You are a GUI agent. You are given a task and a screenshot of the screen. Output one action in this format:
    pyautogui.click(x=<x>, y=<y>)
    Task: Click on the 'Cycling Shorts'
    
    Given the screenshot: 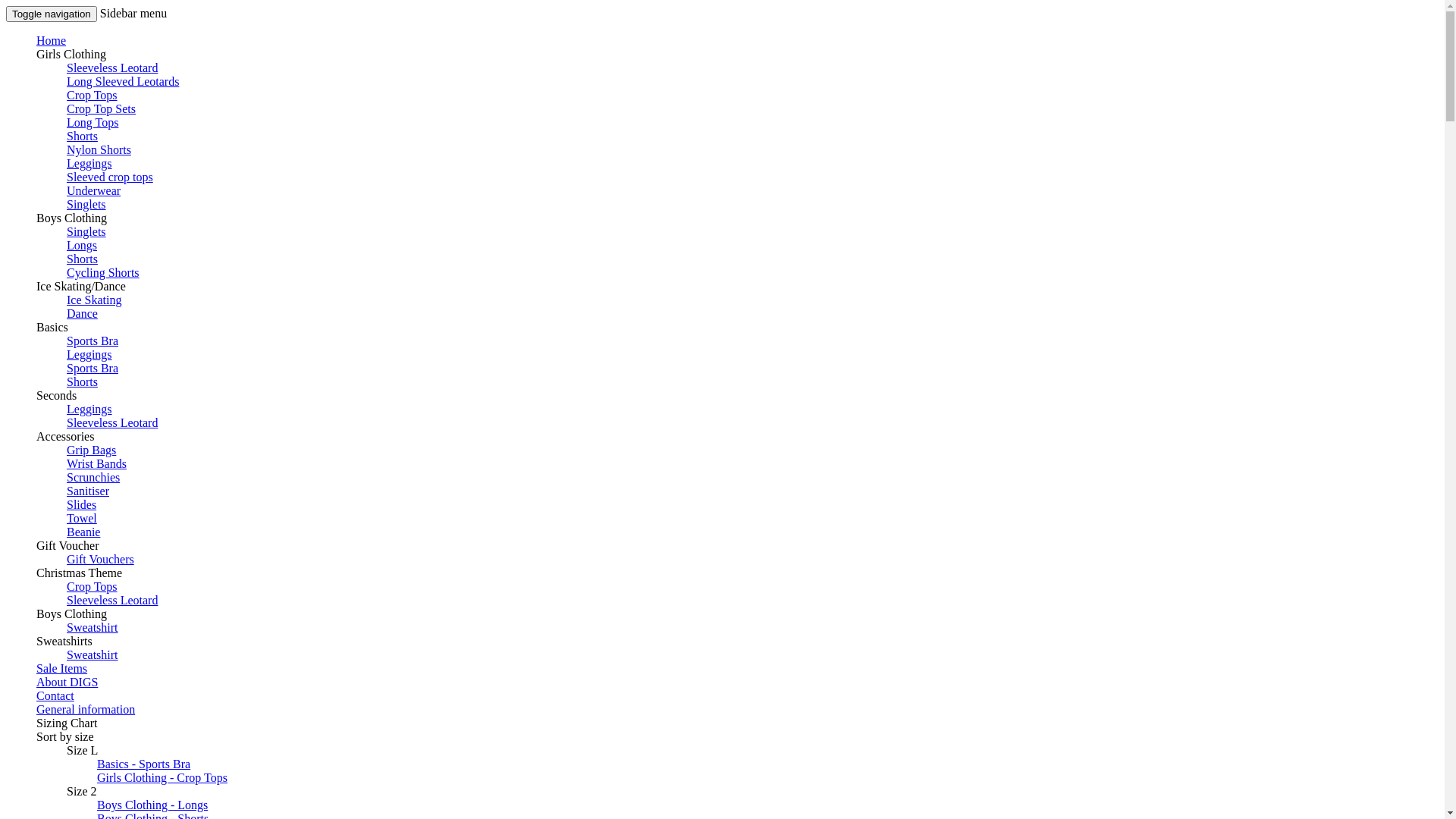 What is the action you would take?
    pyautogui.click(x=102, y=271)
    